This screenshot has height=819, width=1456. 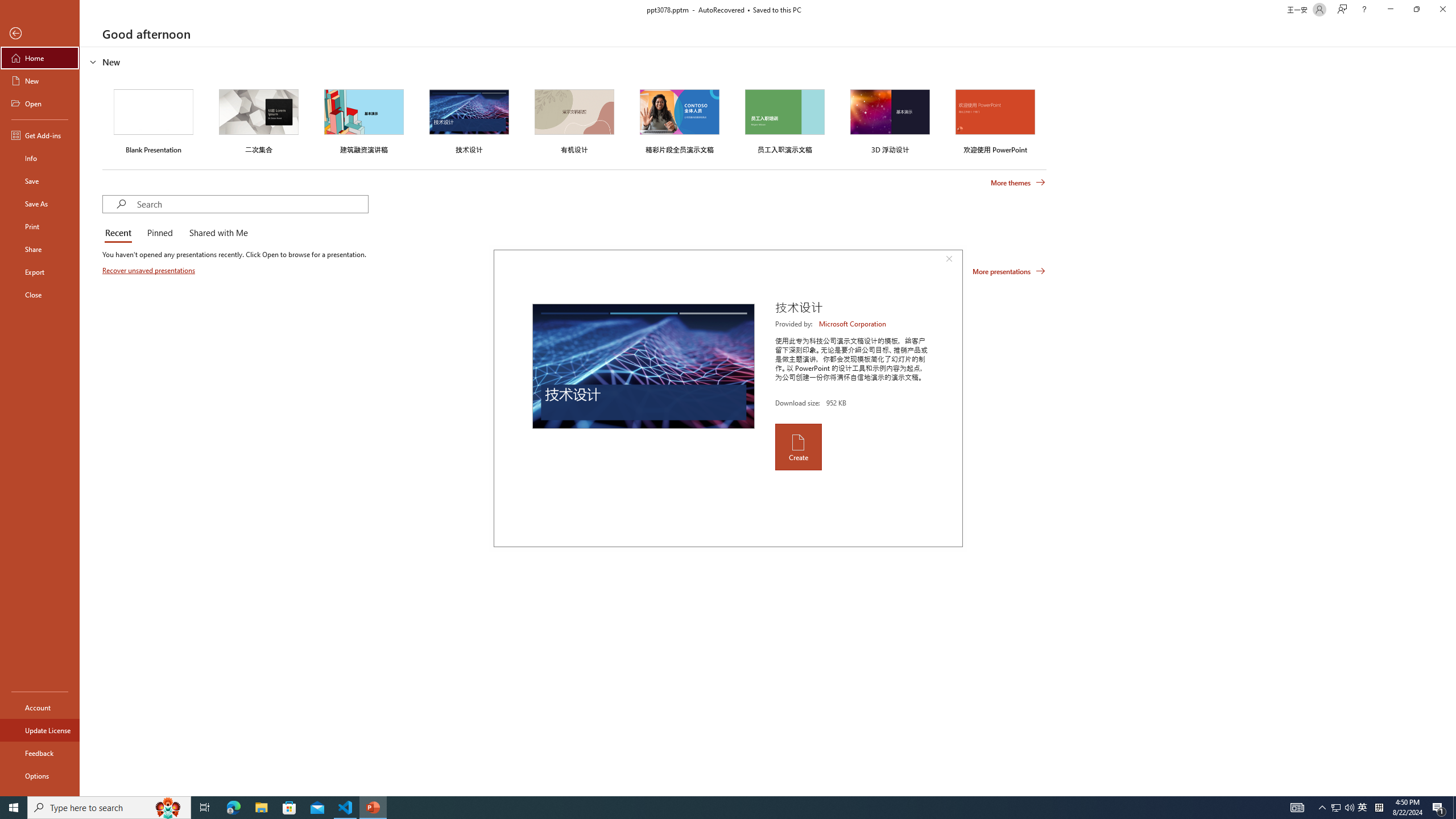 What do you see at coordinates (39, 775) in the screenshot?
I see `'Options'` at bounding box center [39, 775].